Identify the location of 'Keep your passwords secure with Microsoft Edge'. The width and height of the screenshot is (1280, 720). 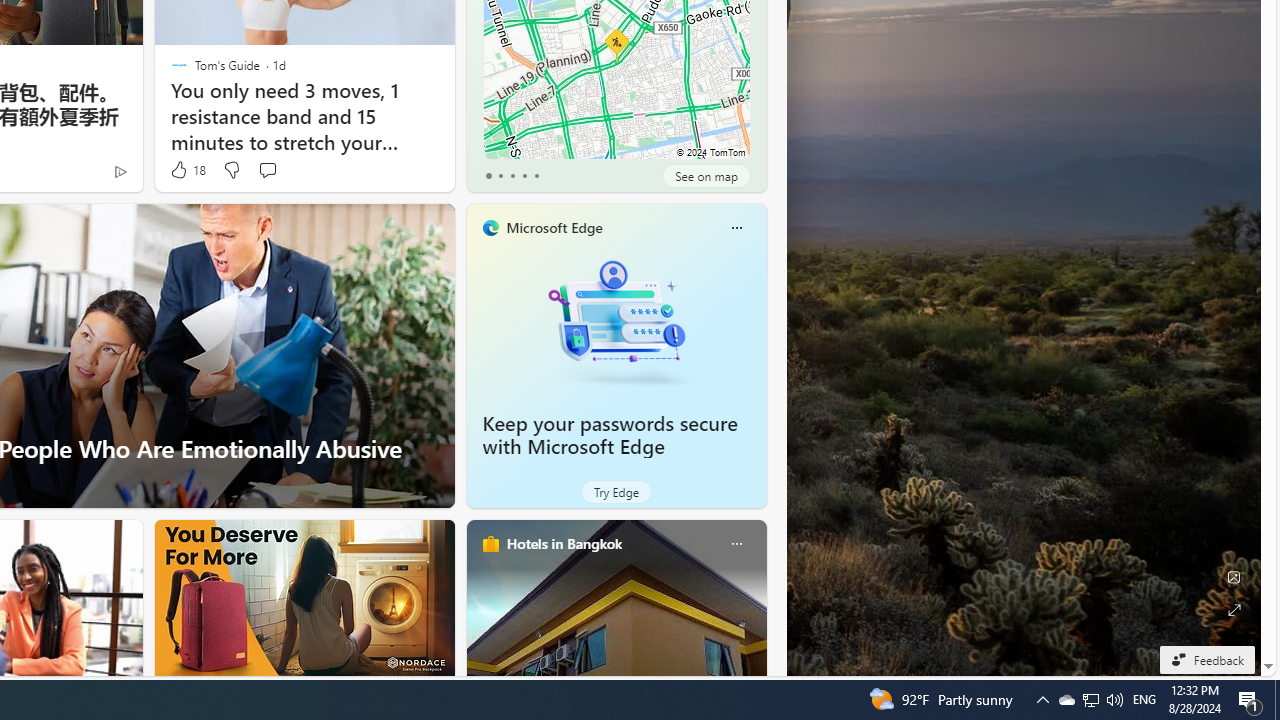
(615, 320).